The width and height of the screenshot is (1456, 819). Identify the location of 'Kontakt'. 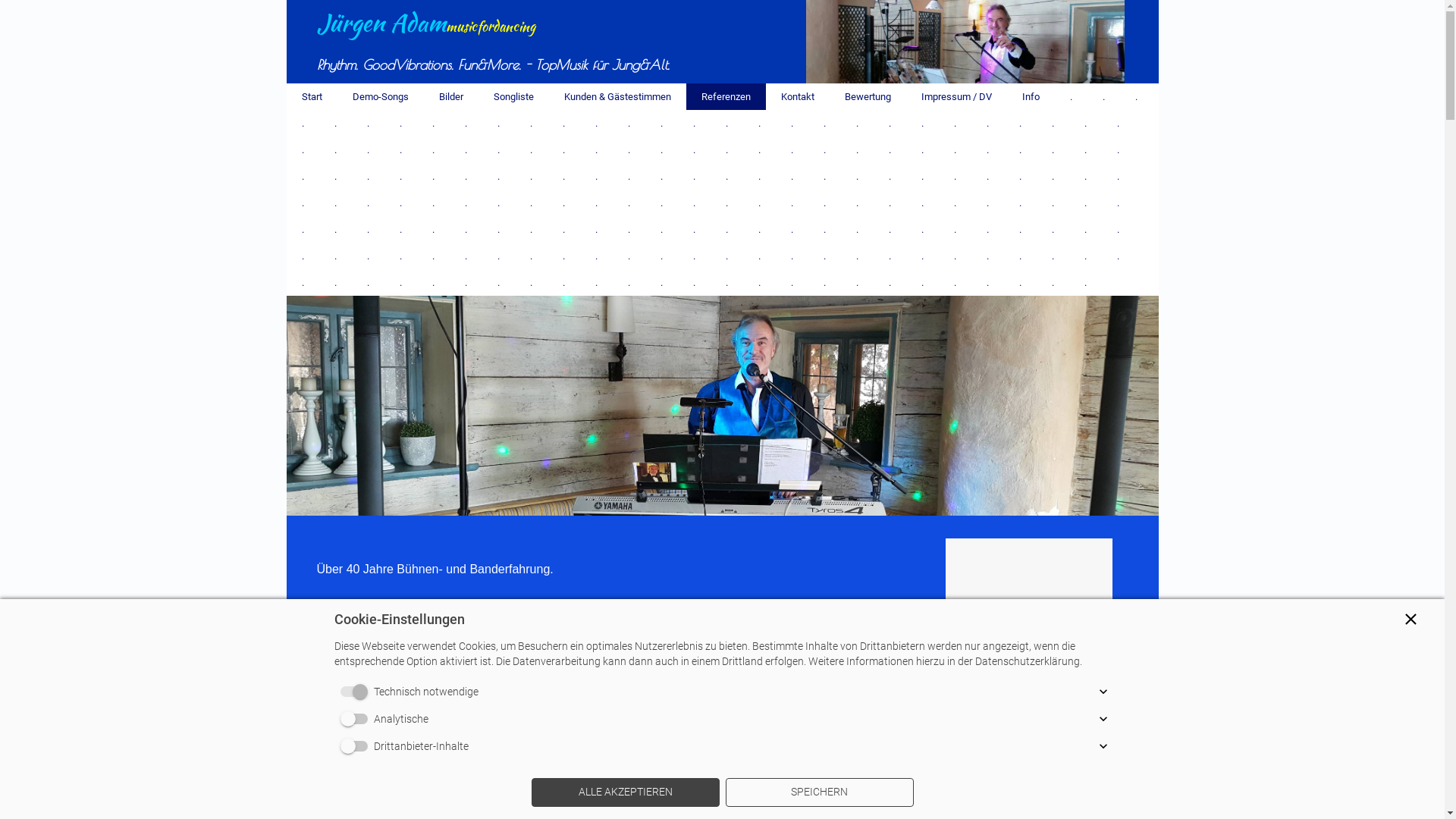
(796, 96).